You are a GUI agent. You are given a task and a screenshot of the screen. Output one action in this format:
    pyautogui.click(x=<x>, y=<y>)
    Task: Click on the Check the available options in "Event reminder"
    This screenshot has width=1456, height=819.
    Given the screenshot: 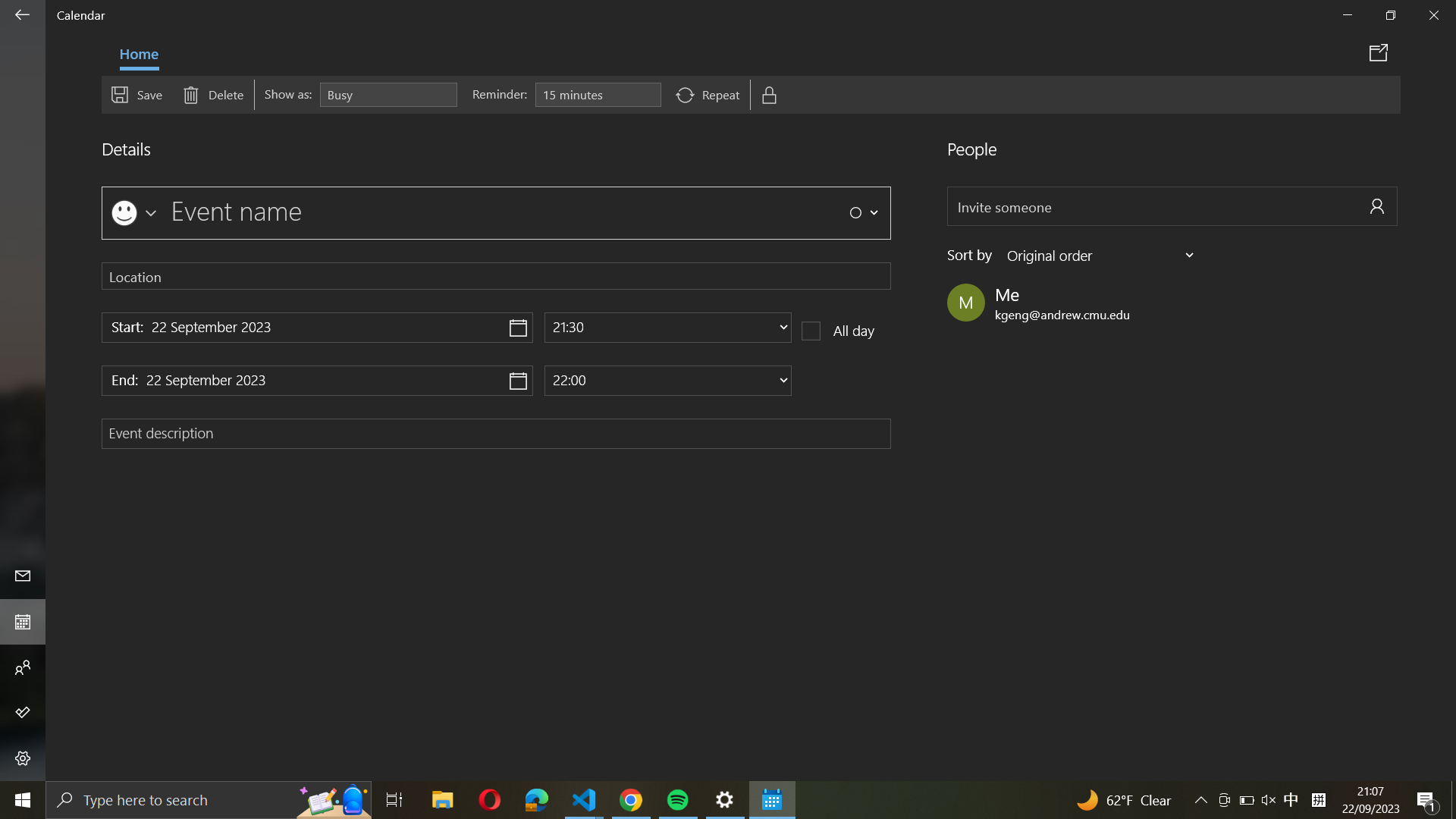 What is the action you would take?
    pyautogui.click(x=597, y=95)
    